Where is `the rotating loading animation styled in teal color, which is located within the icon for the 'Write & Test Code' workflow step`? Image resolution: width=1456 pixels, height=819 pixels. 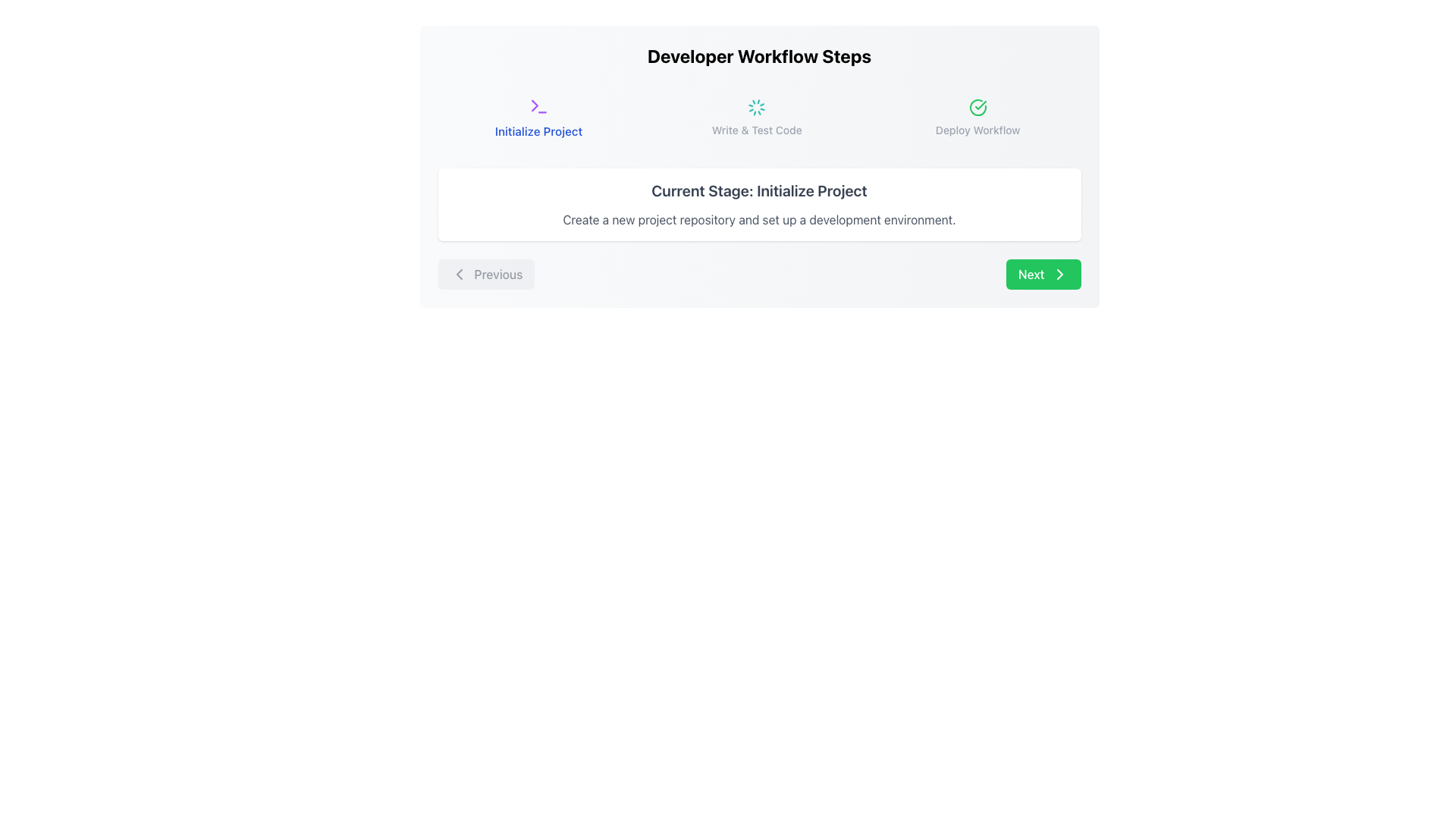
the rotating loading animation styled in teal color, which is located within the icon for the 'Write & Test Code' workflow step is located at coordinates (757, 107).